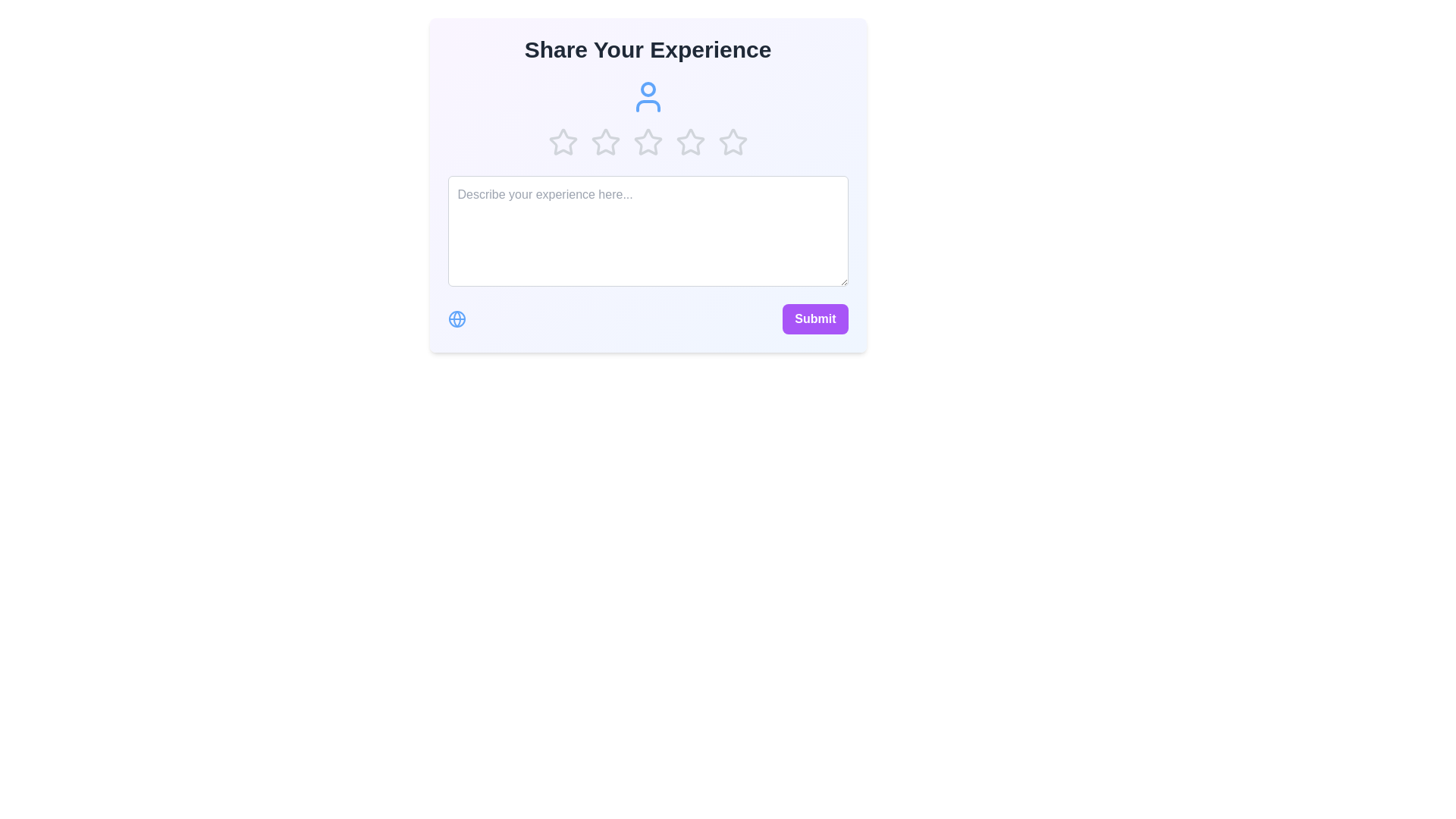 The height and width of the screenshot is (819, 1456). What do you see at coordinates (648, 143) in the screenshot?
I see `the third interactive rating star icon, which is part of a horizontal arrangement of five stars under the 'Share Your Experience' title, to trigger its visual change` at bounding box center [648, 143].